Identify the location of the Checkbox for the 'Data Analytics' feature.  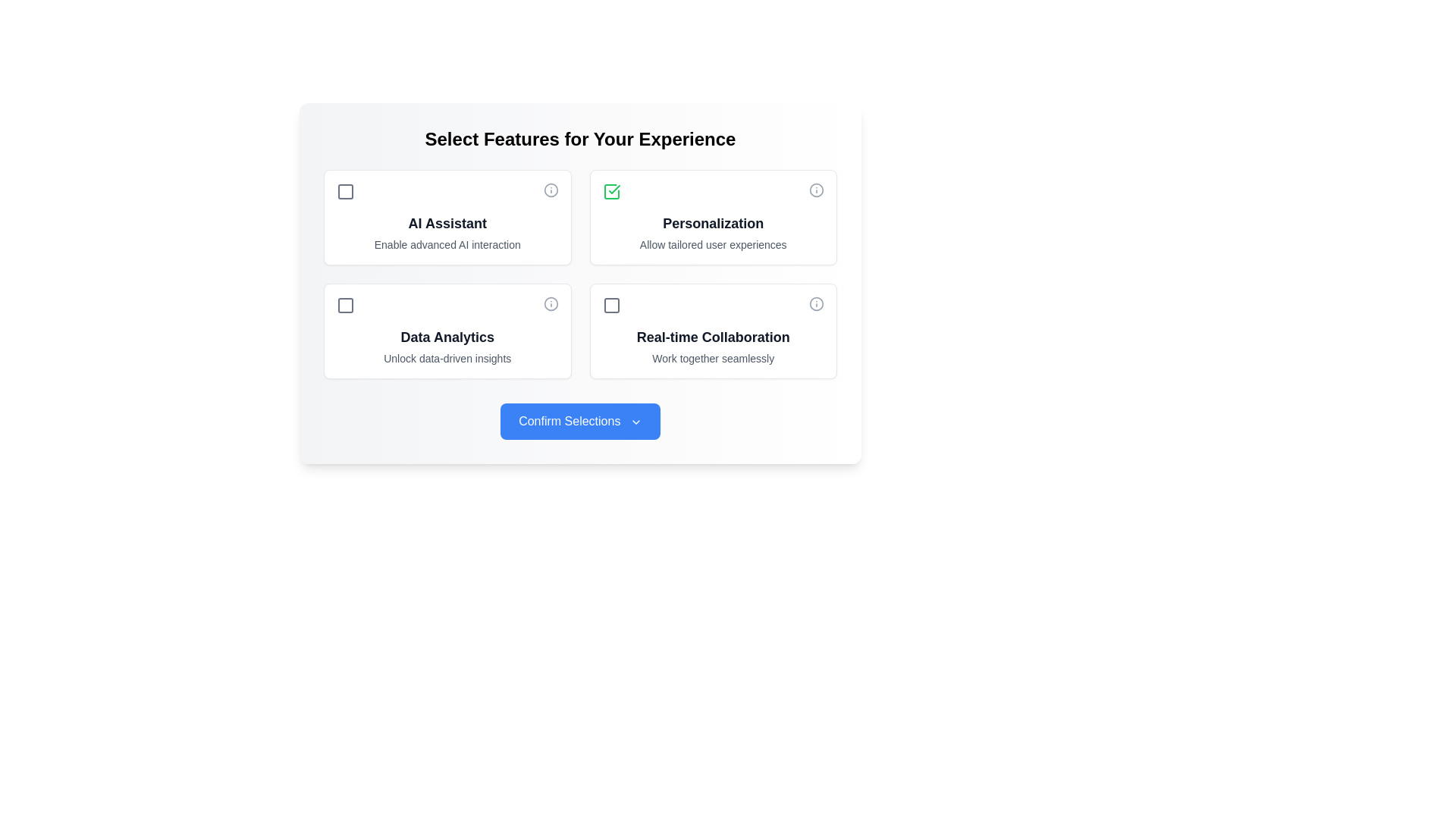
(345, 305).